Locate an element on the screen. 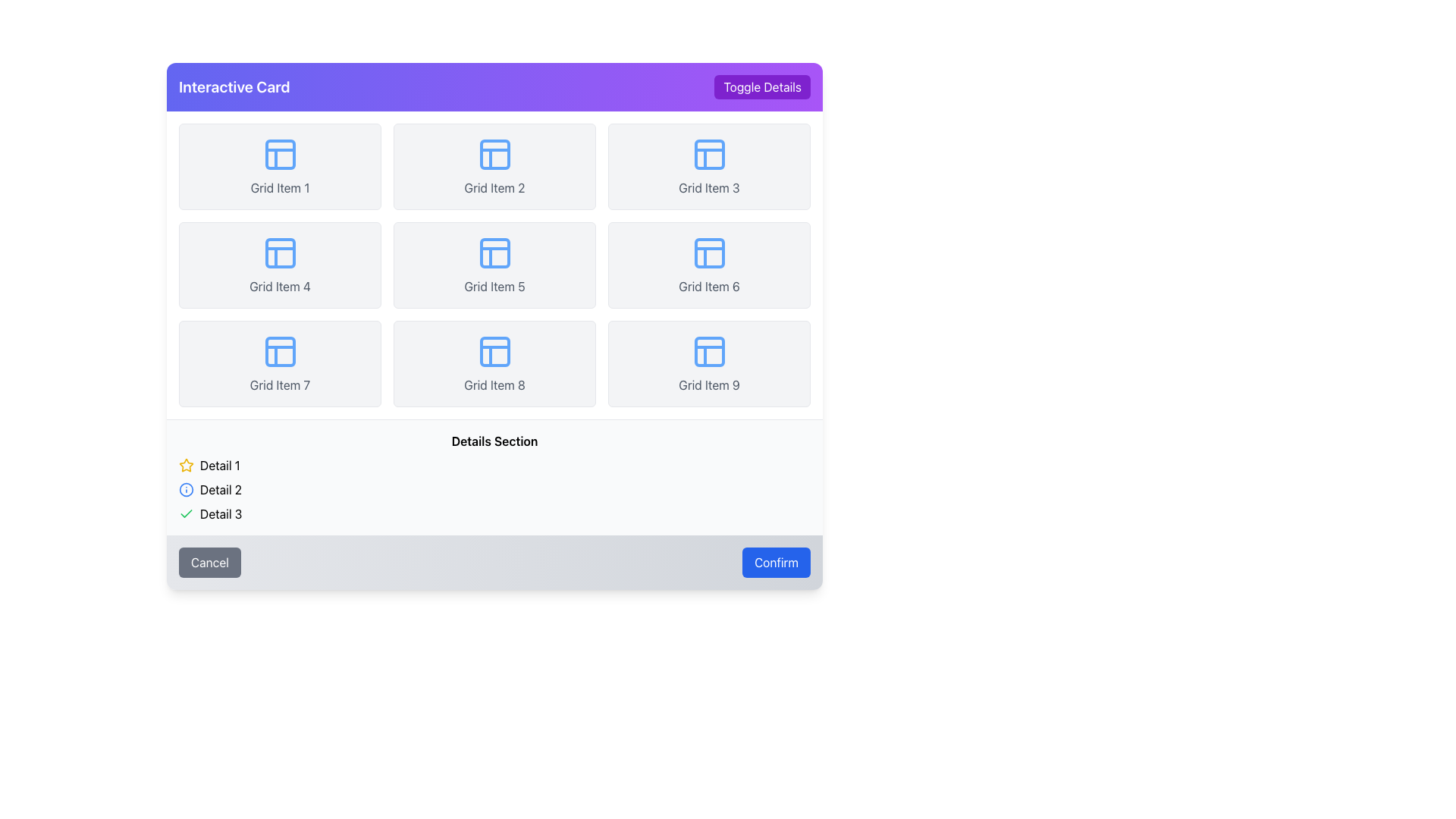 The image size is (1456, 819). the button in the top-right corner of the 'Interactive Card' panel to observe hover effects is located at coordinates (762, 87).